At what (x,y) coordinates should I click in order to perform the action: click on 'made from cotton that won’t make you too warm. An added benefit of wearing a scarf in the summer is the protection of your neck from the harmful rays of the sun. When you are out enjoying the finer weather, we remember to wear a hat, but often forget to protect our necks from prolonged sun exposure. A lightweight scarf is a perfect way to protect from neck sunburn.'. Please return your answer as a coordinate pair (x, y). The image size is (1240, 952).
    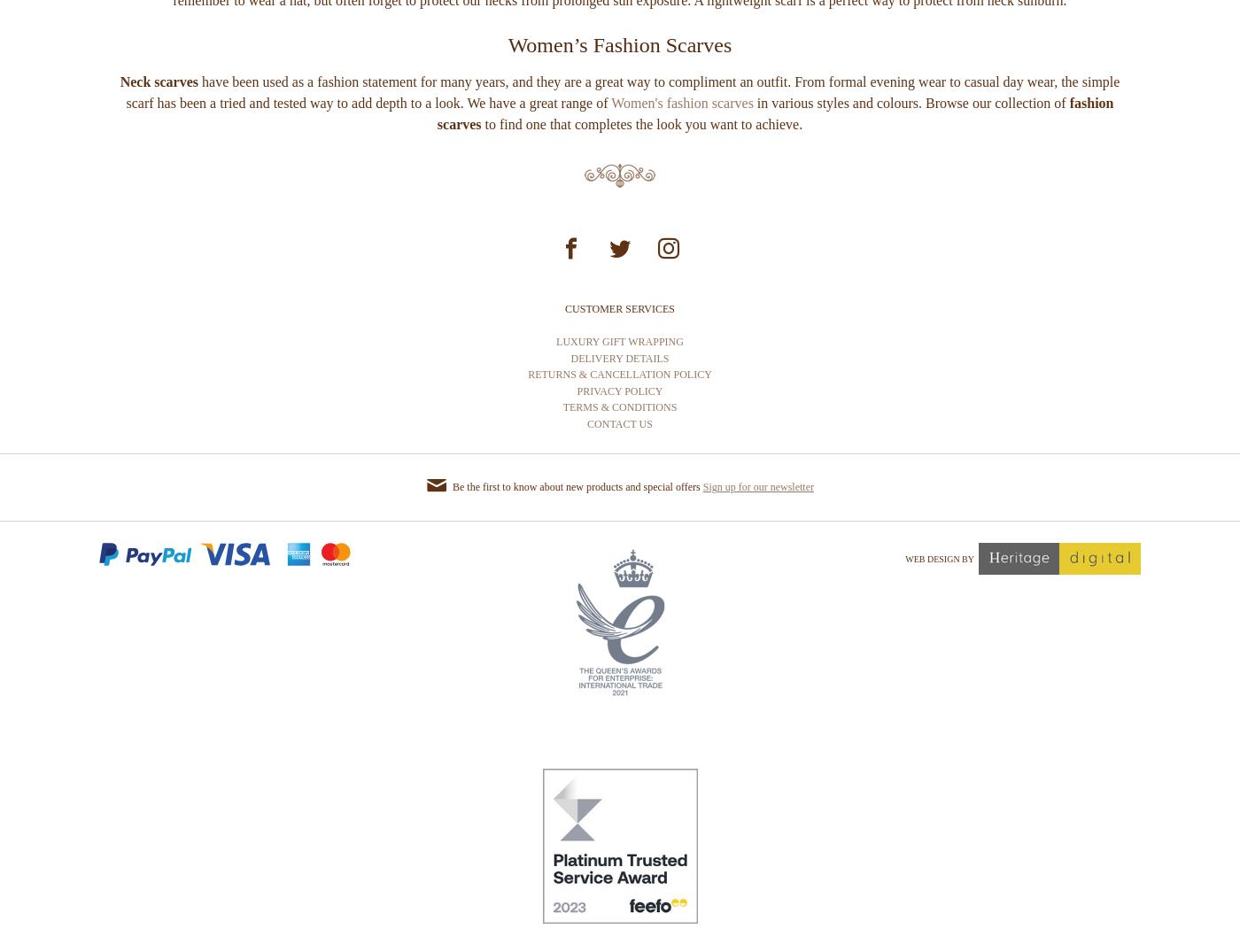
    Looking at the image, I should click on (624, 45).